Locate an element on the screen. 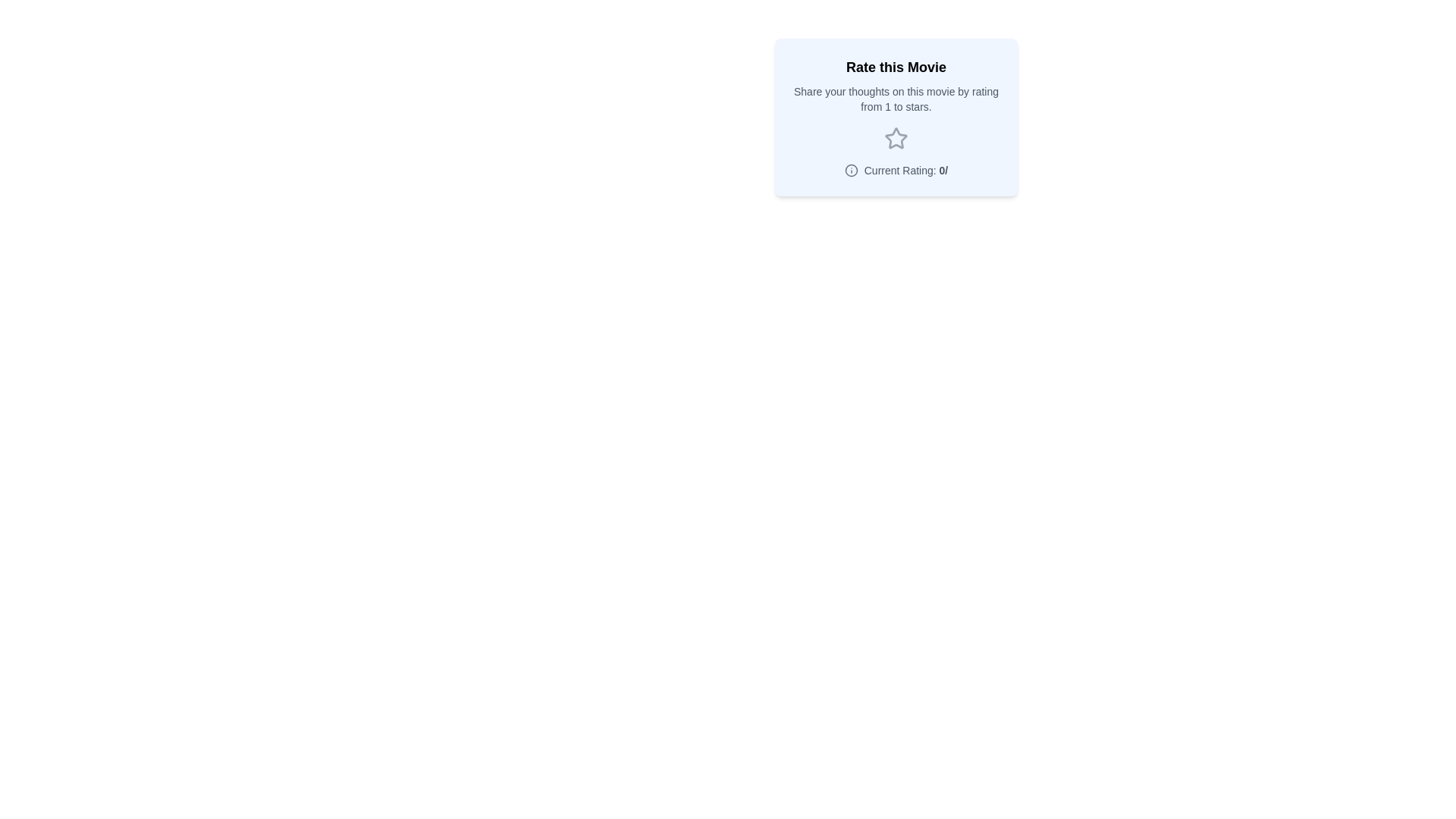 The image size is (1456, 819). the static text providing instructions for the rating functionality, positioned directly below the title 'Rate this Movie' in the card-like layout is located at coordinates (896, 99).